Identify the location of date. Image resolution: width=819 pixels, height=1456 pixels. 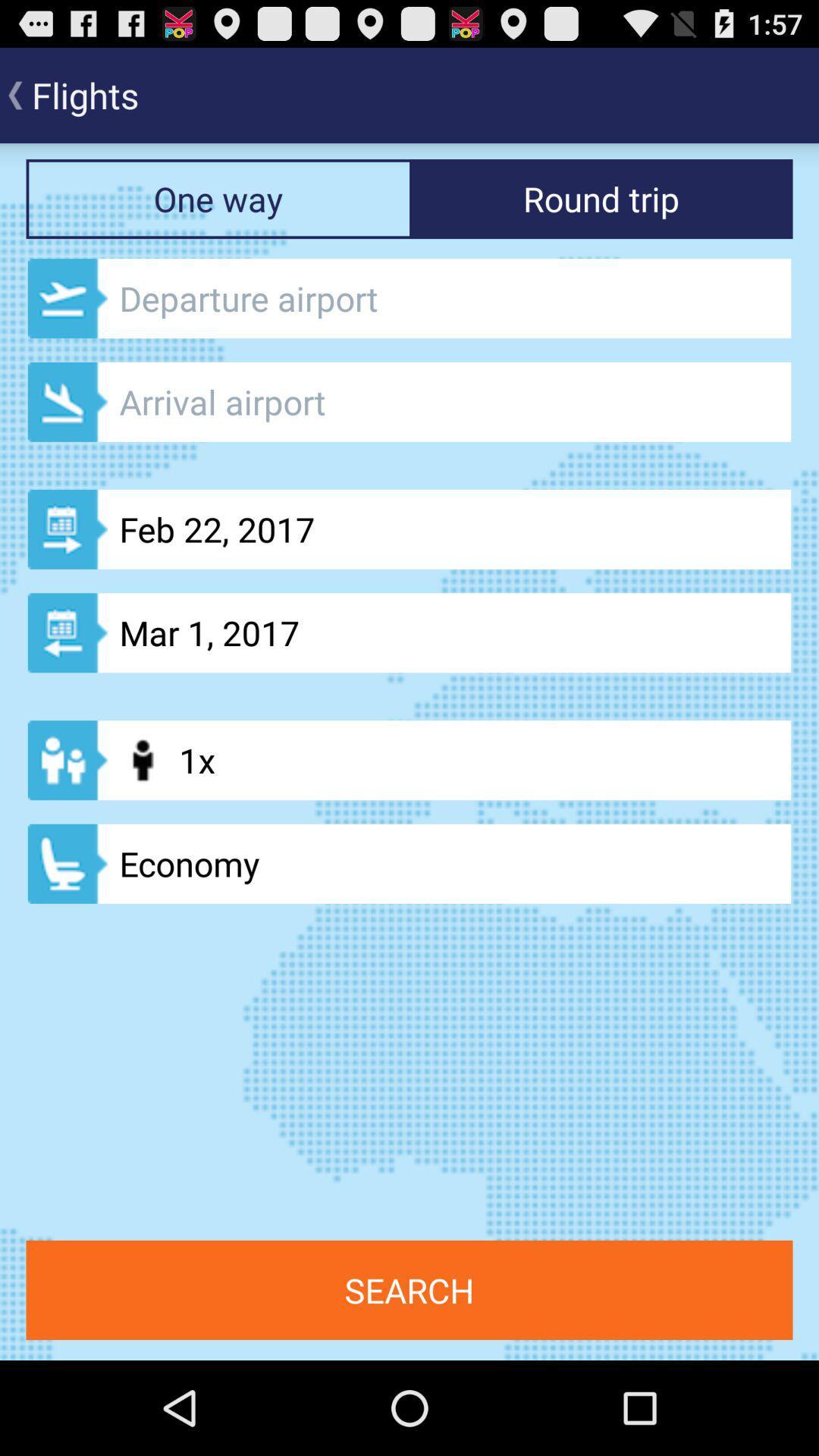
(409, 402).